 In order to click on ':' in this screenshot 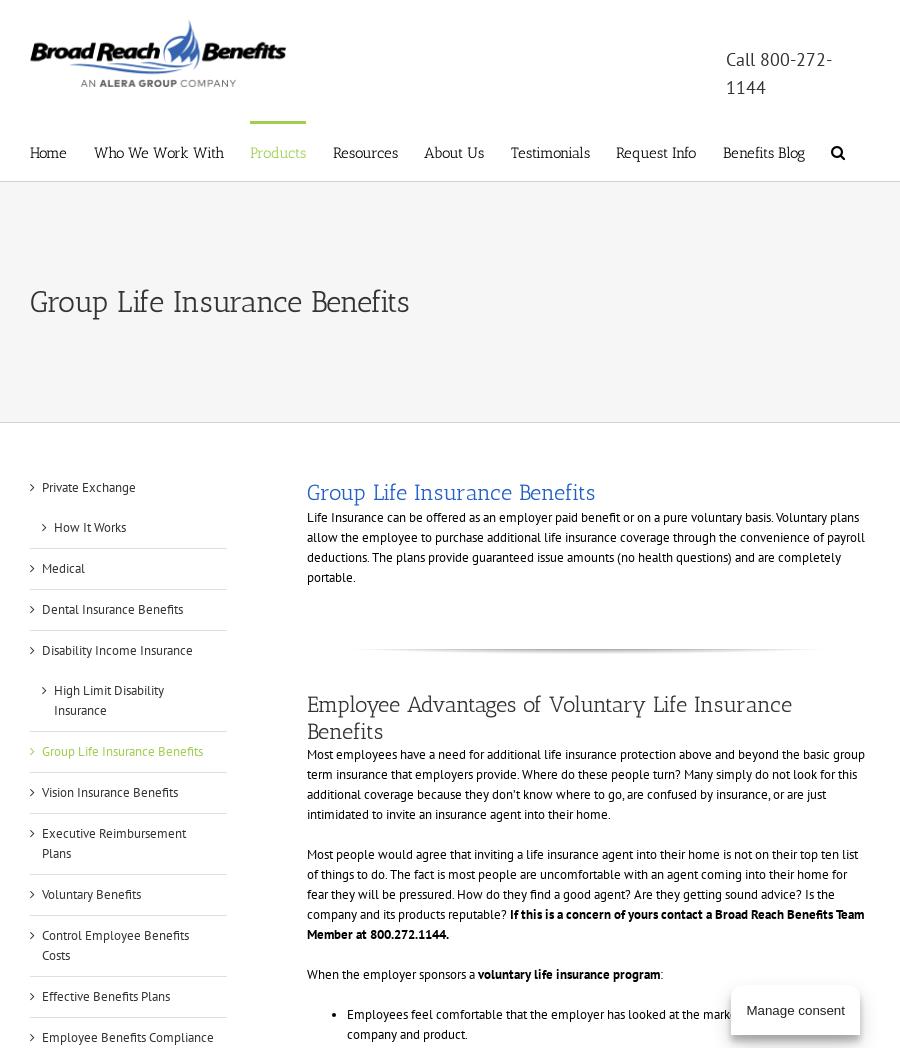, I will do `click(660, 973)`.